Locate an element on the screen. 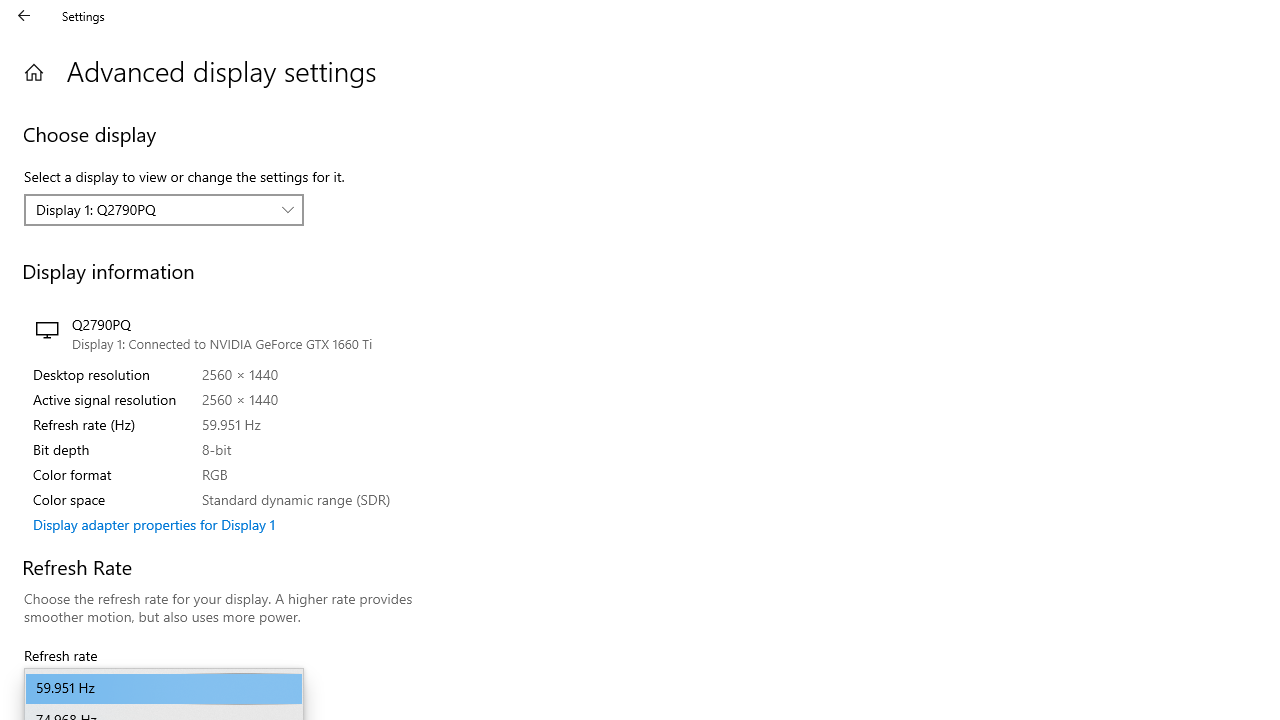 The image size is (1280, 720). 'Select a display to view or change the settings for it.' is located at coordinates (164, 209).